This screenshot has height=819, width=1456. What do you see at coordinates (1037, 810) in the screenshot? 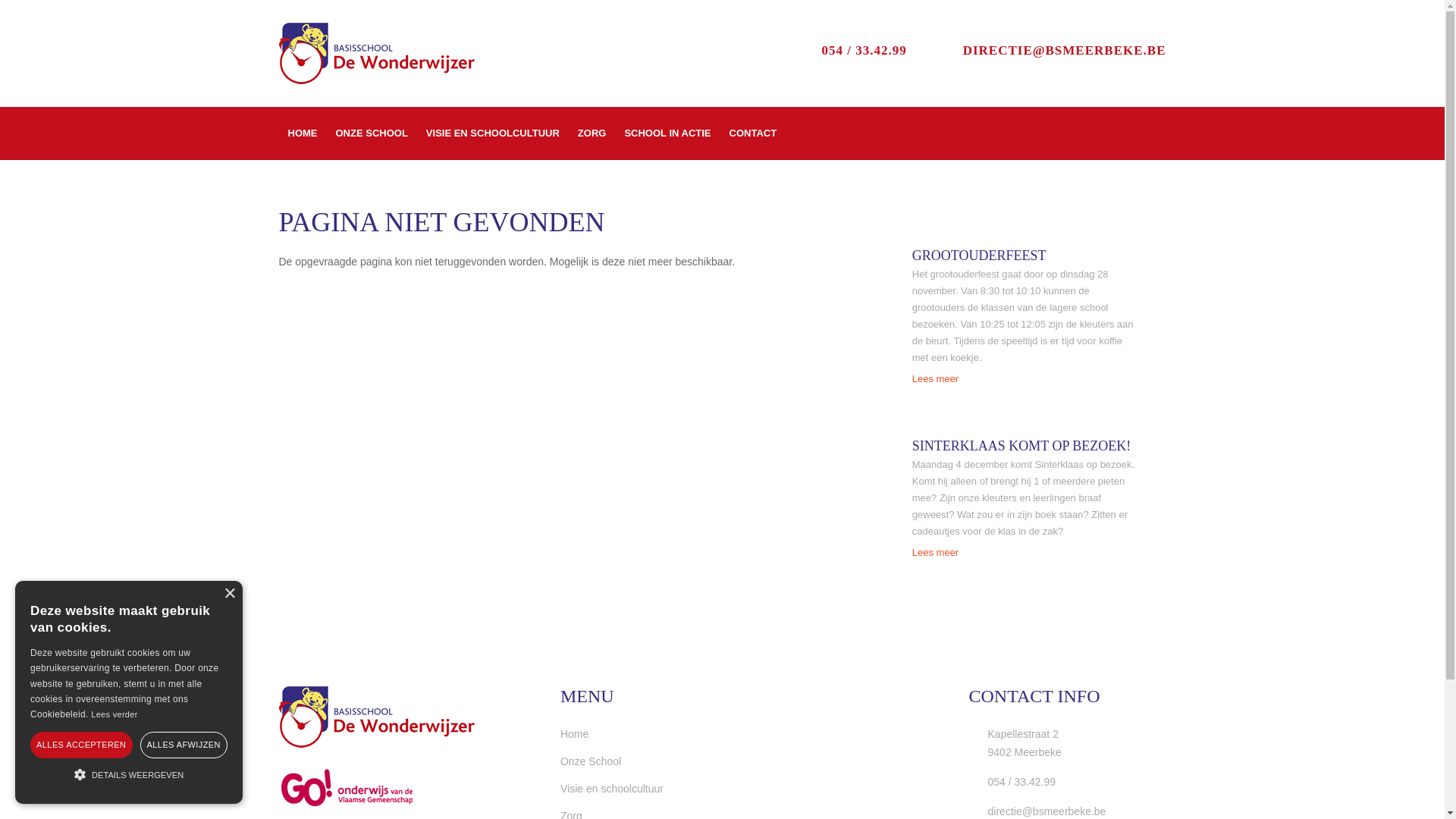
I see `'directie@bsmeerbeke.be'` at bounding box center [1037, 810].